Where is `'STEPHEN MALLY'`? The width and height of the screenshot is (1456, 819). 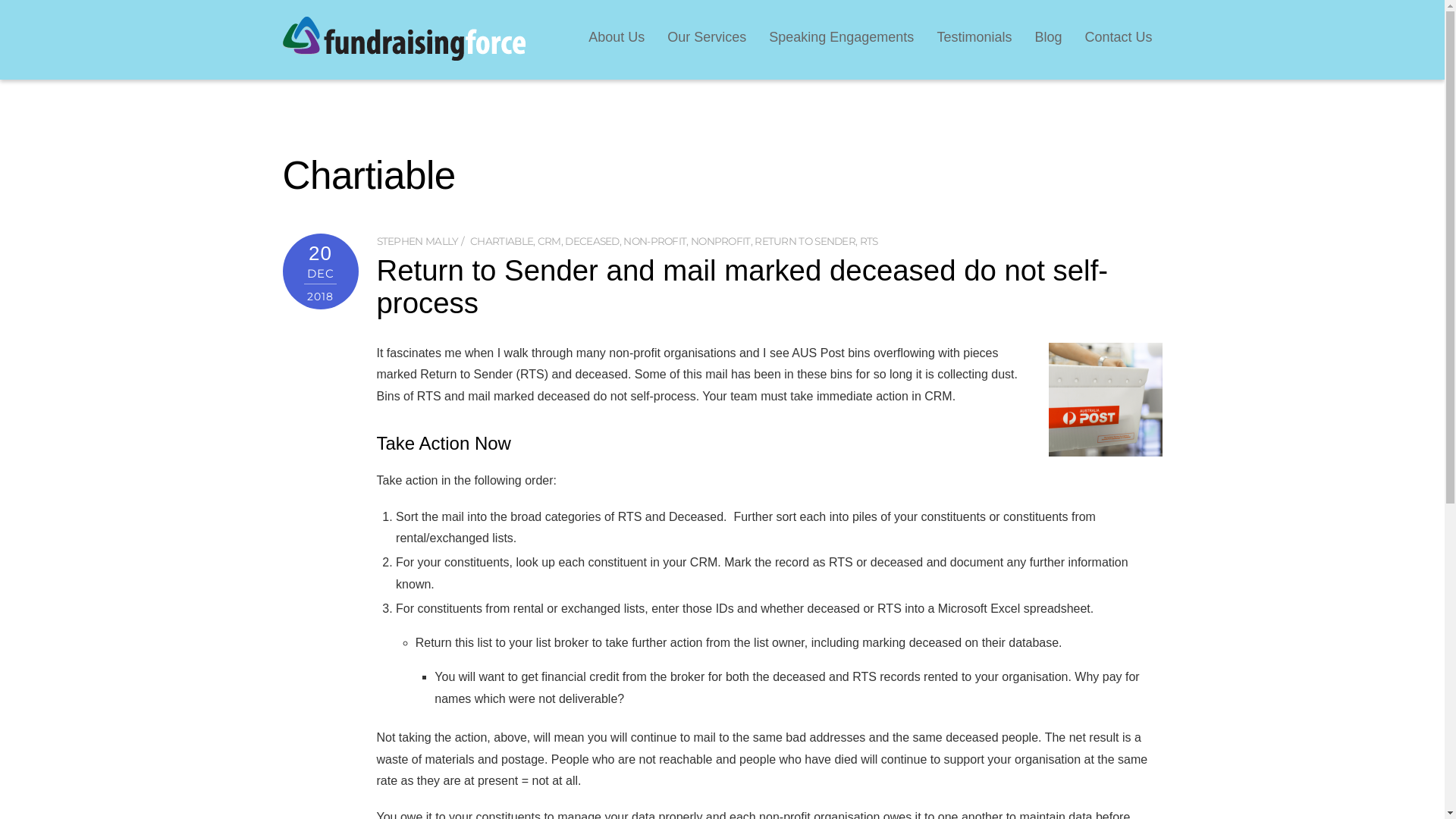 'STEPHEN MALLY' is located at coordinates (417, 240).